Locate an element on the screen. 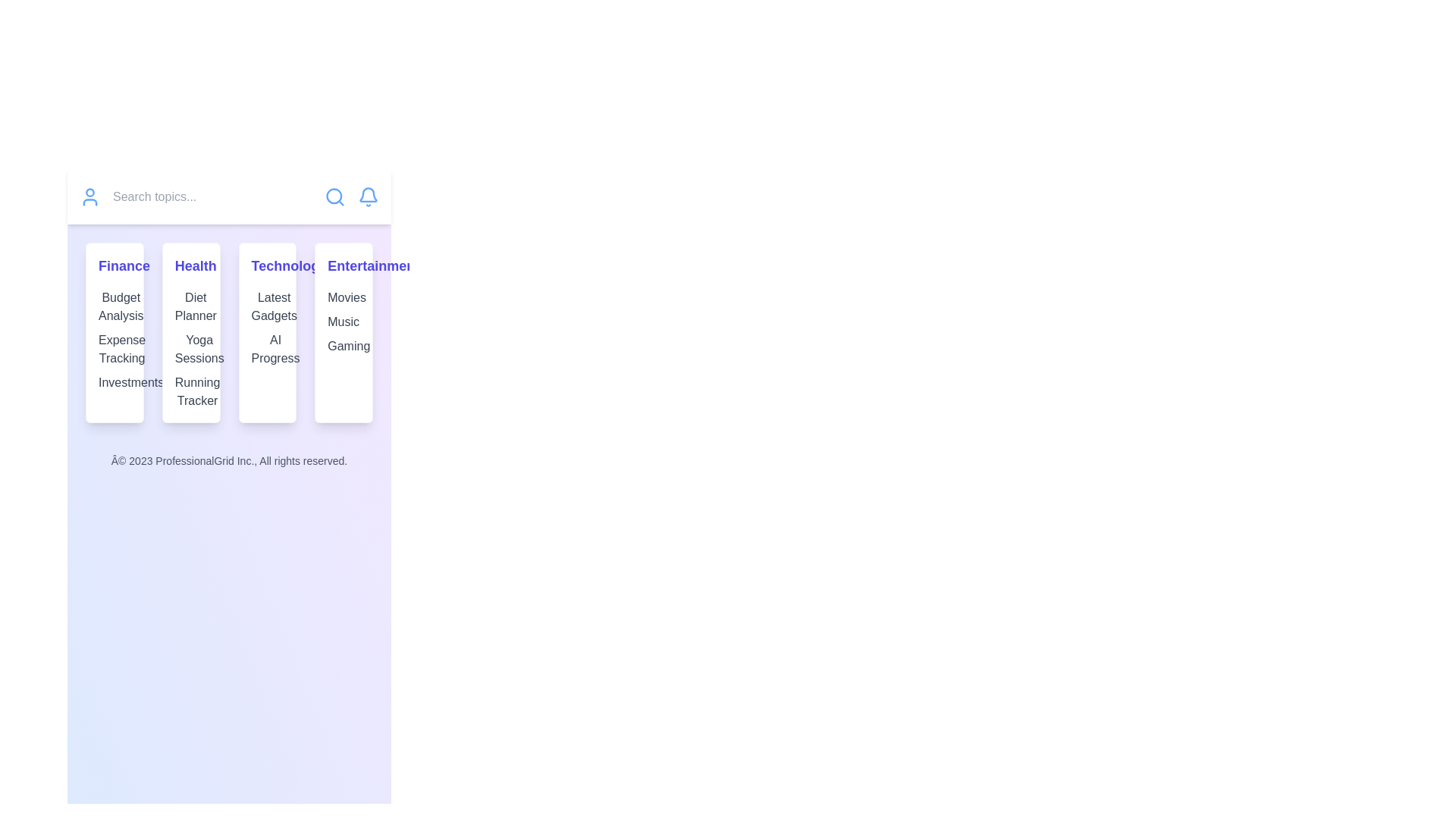 The height and width of the screenshot is (819, 1456). the Text Label in the second vertical card from the left under the 'Health' section, which is positioned between 'Diet Planner' and 'Running Tracker' related to Yoga Sessions is located at coordinates (190, 350).